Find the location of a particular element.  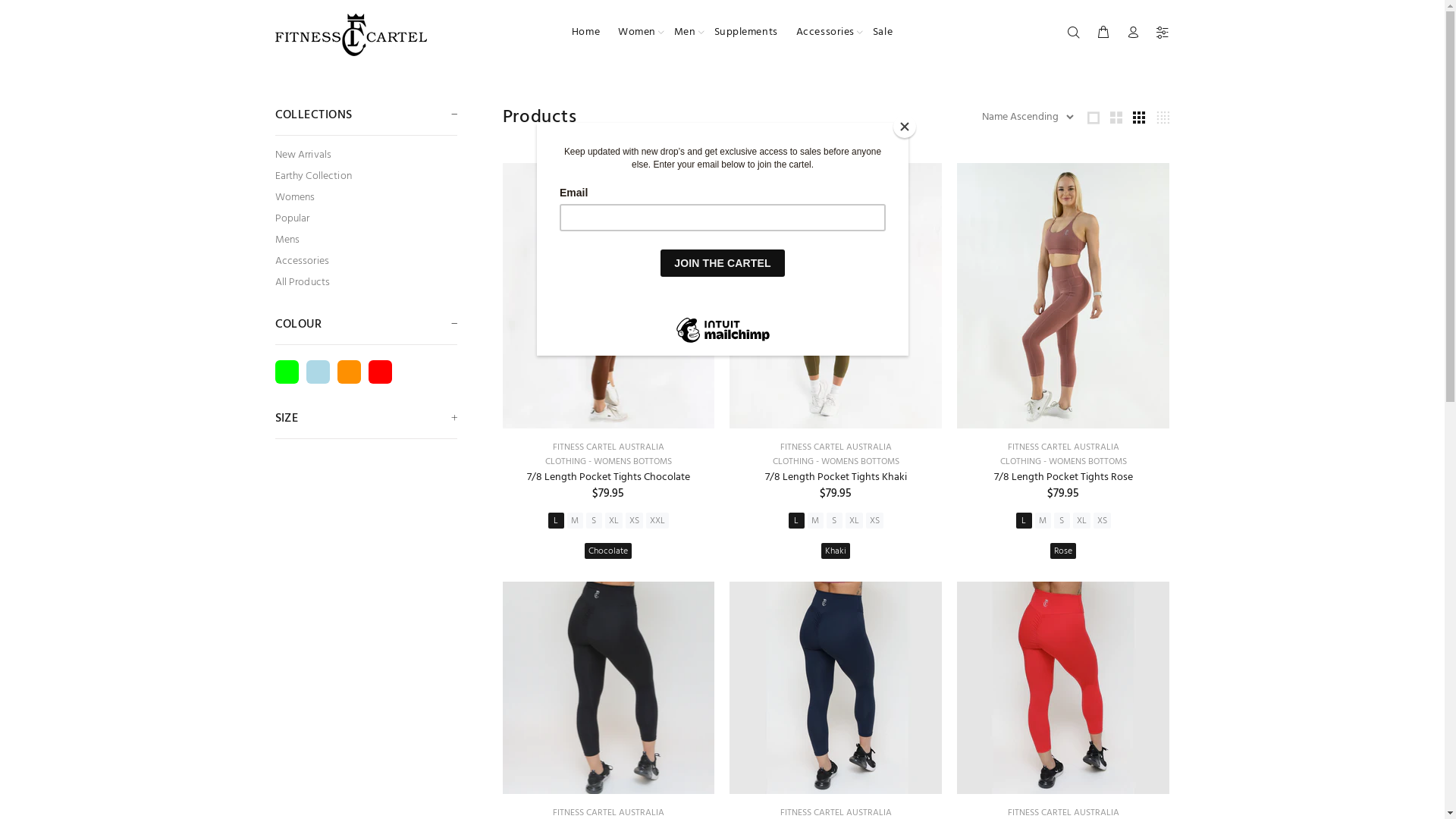

'Men' is located at coordinates (684, 32).